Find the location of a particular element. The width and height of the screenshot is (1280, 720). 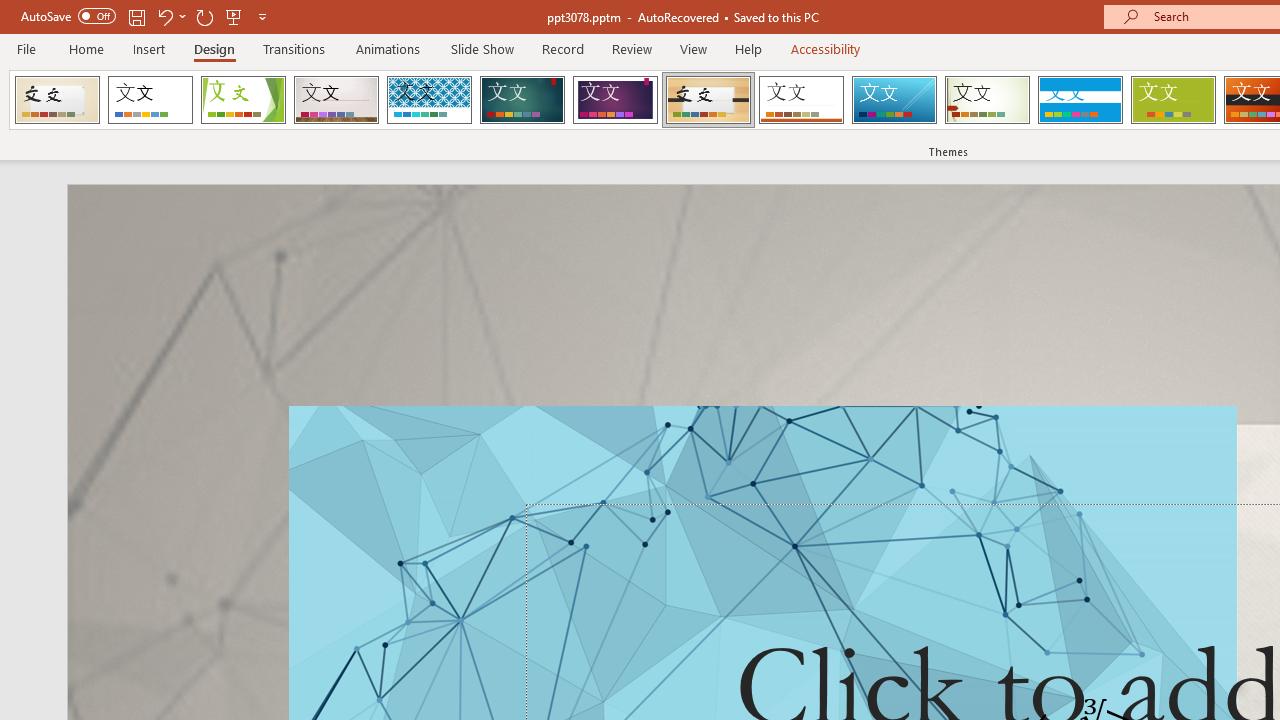

'Accessibility' is located at coordinates (826, 48).